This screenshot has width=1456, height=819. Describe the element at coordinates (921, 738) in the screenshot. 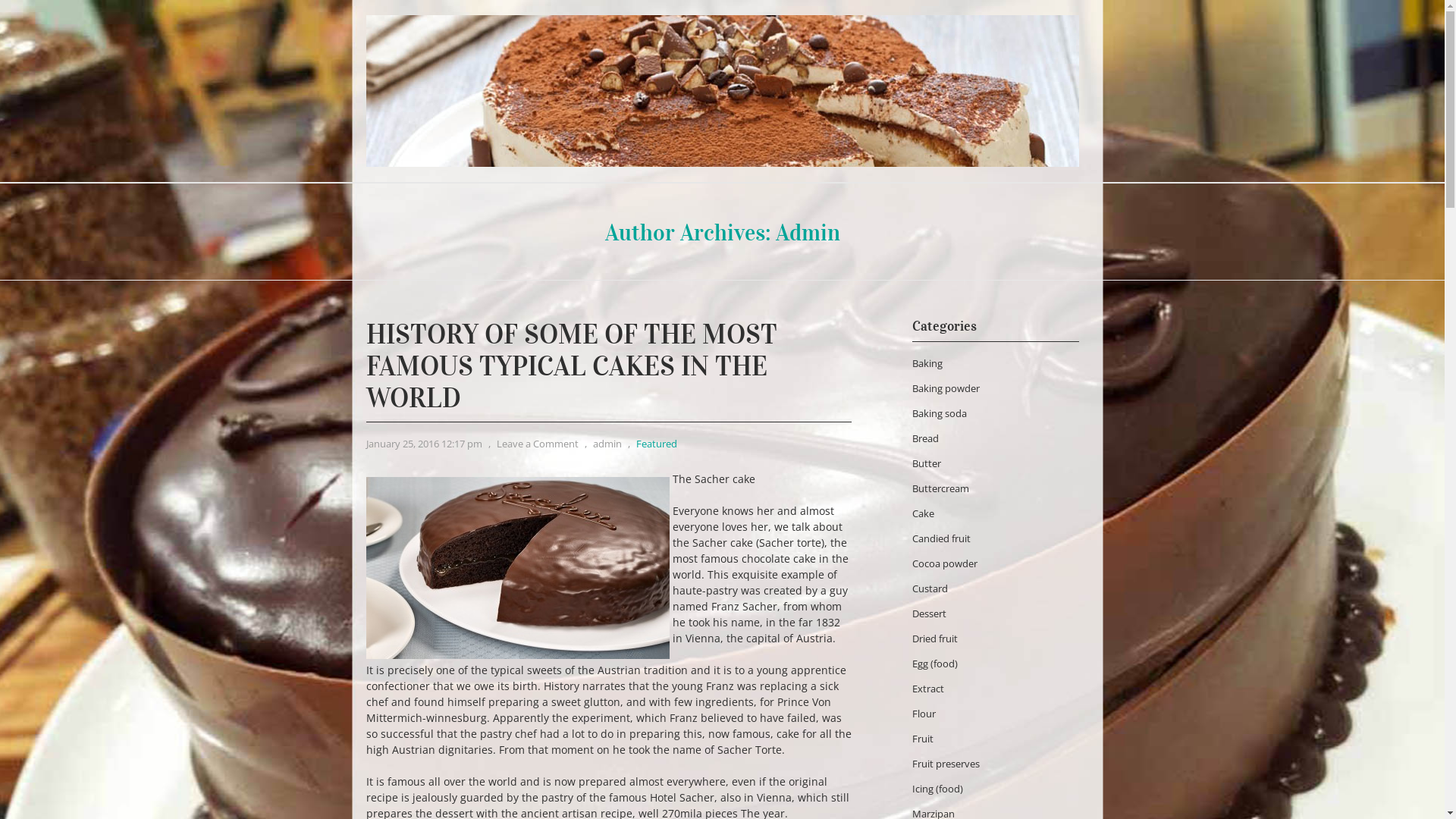

I see `'Fruit'` at that location.